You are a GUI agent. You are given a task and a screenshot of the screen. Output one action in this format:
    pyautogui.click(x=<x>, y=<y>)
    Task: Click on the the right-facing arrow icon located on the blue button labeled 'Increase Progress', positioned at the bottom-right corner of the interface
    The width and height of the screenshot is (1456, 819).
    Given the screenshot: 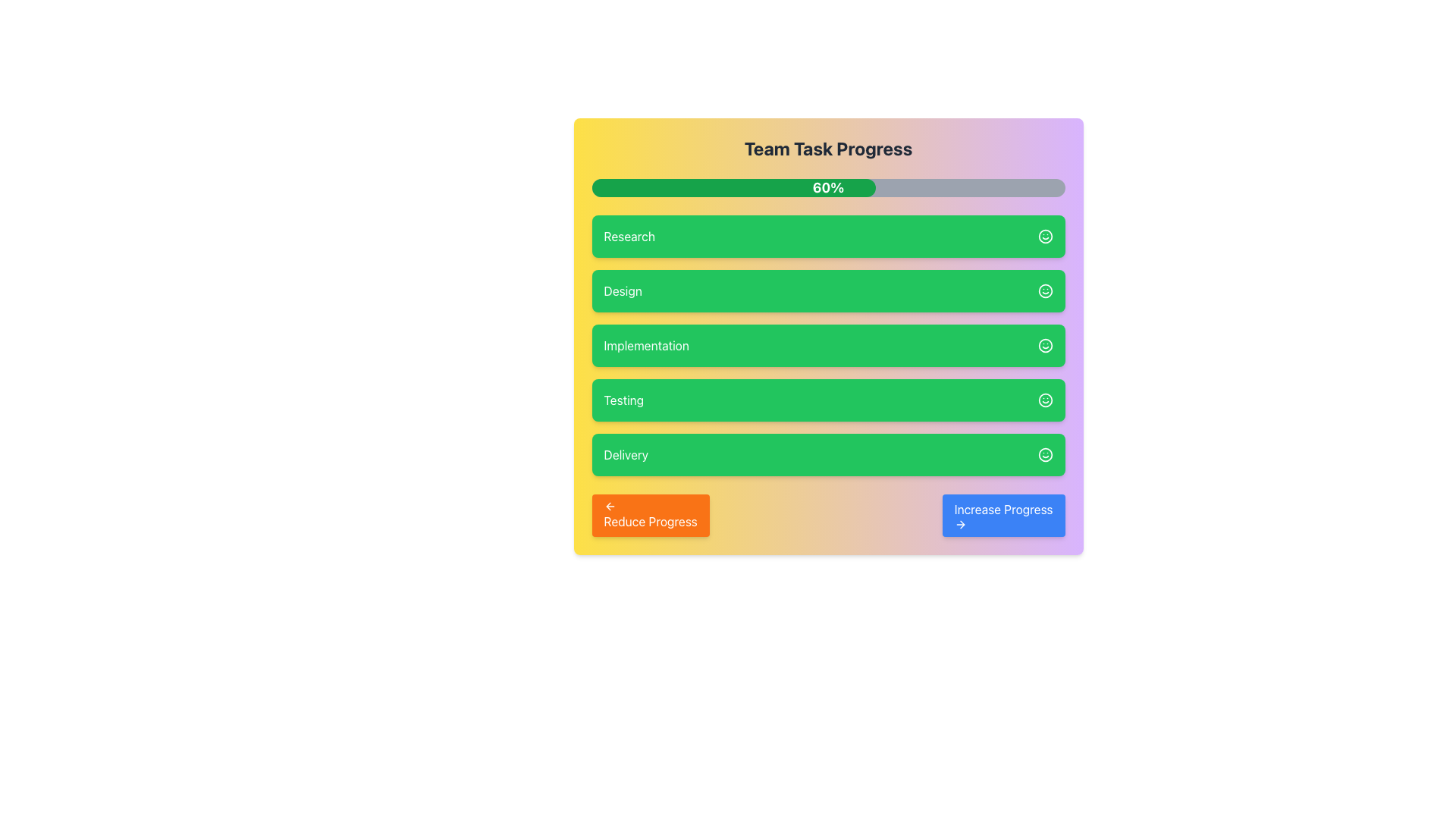 What is the action you would take?
    pyautogui.click(x=959, y=523)
    